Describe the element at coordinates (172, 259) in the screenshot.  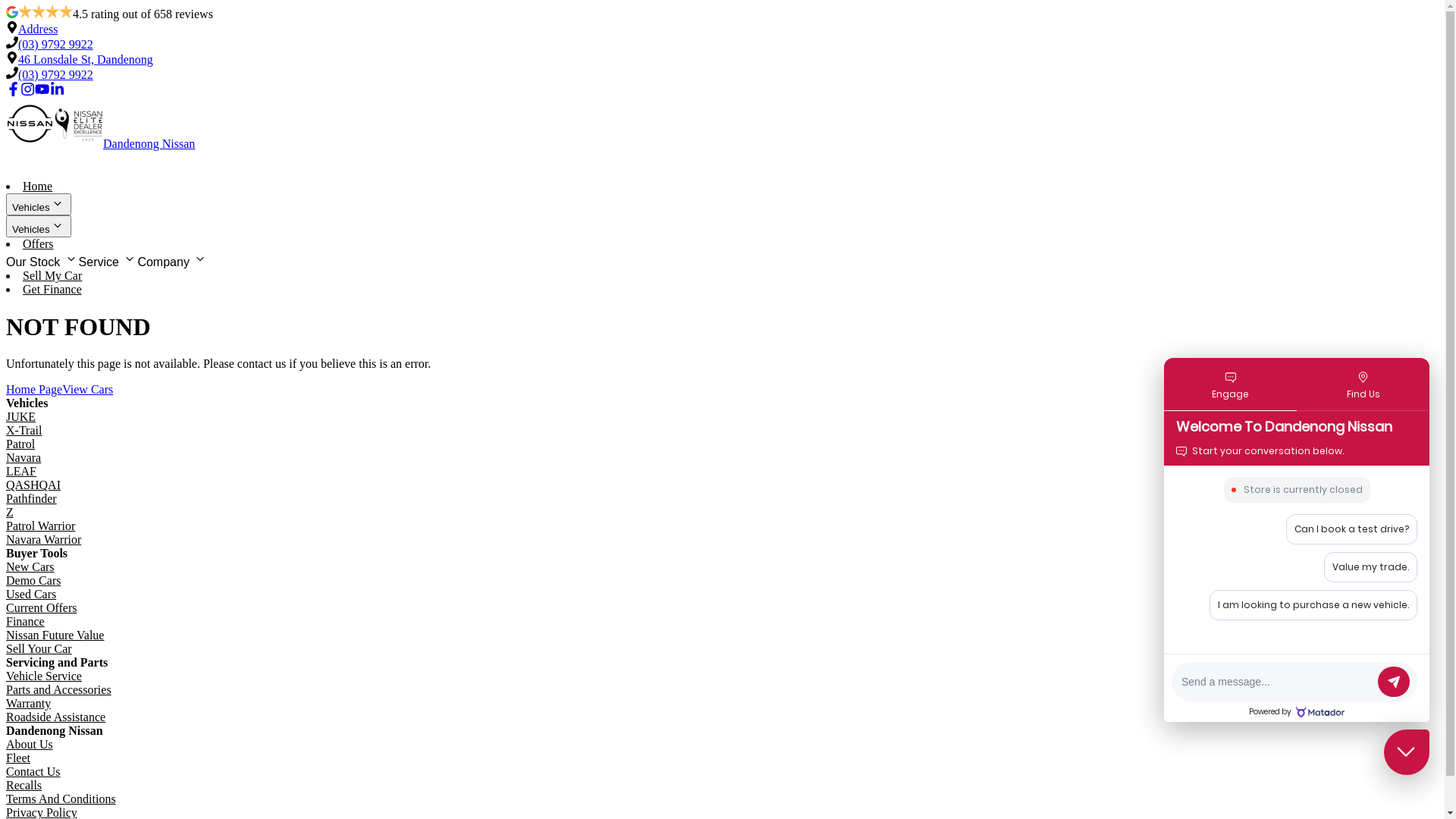
I see `'Company'` at that location.